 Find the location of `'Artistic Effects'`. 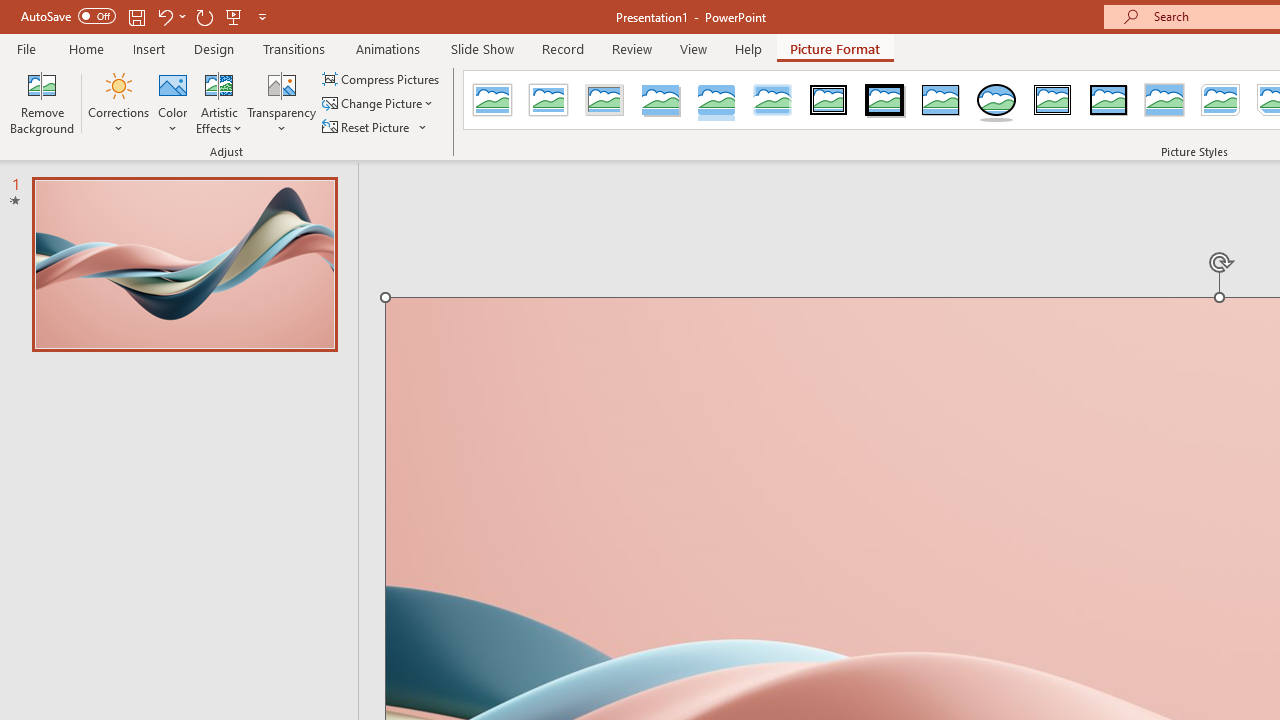

'Artistic Effects' is located at coordinates (219, 103).